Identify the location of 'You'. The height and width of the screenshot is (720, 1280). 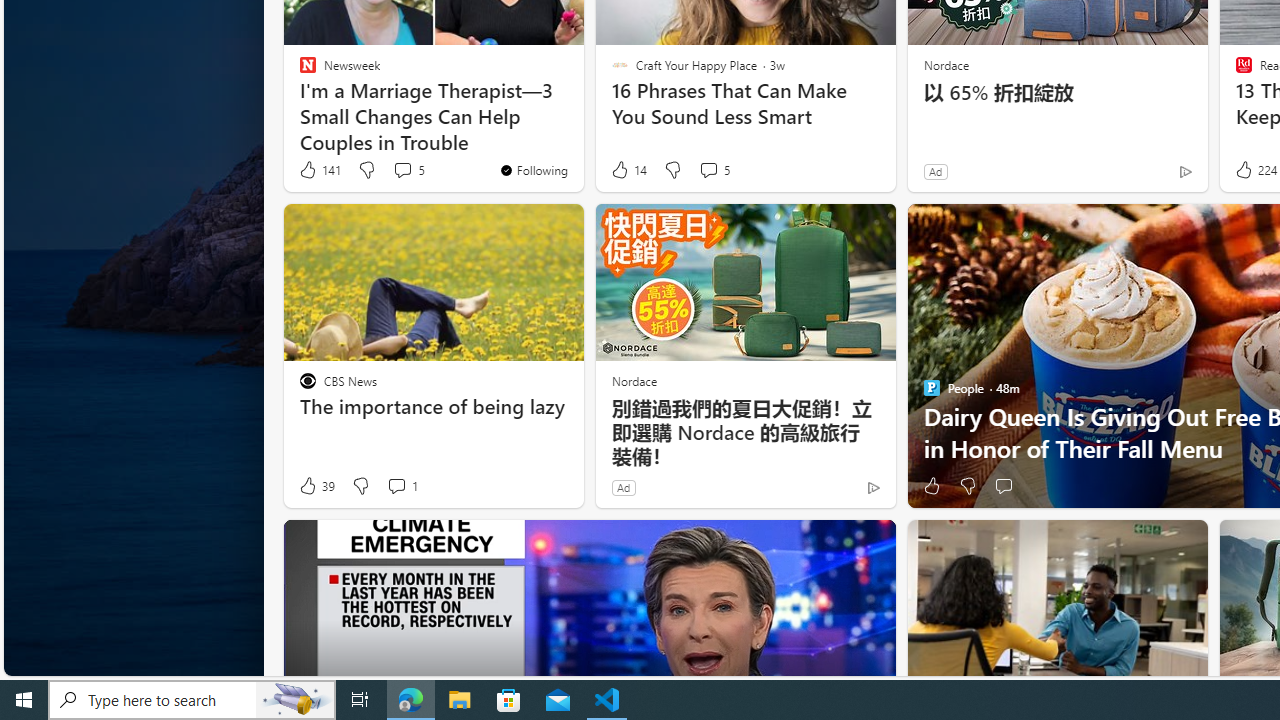
(533, 168).